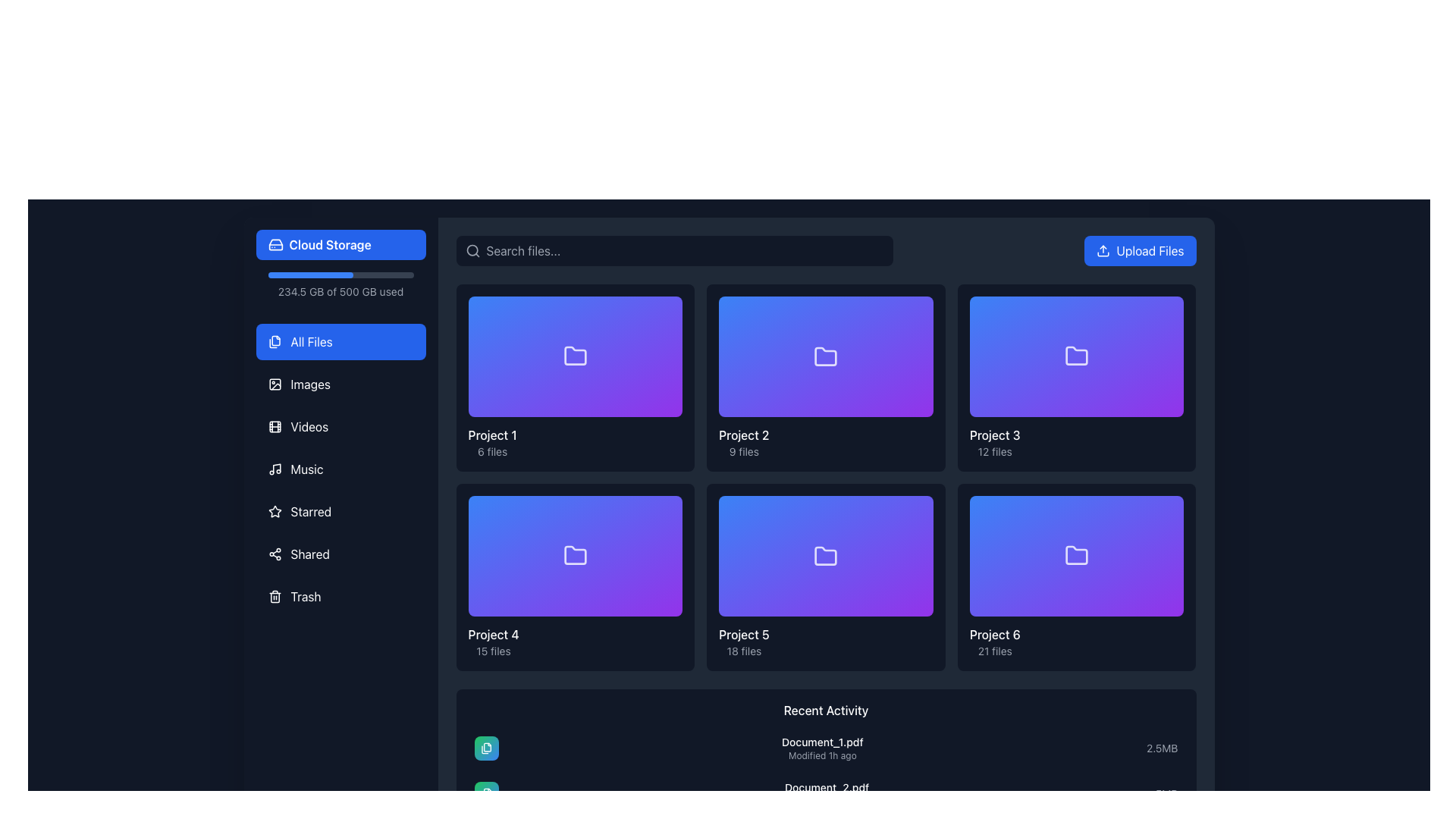 This screenshot has height=819, width=1456. Describe the element at coordinates (275, 427) in the screenshot. I see `the 'Videos' section icon located in the left navigation bar` at that location.